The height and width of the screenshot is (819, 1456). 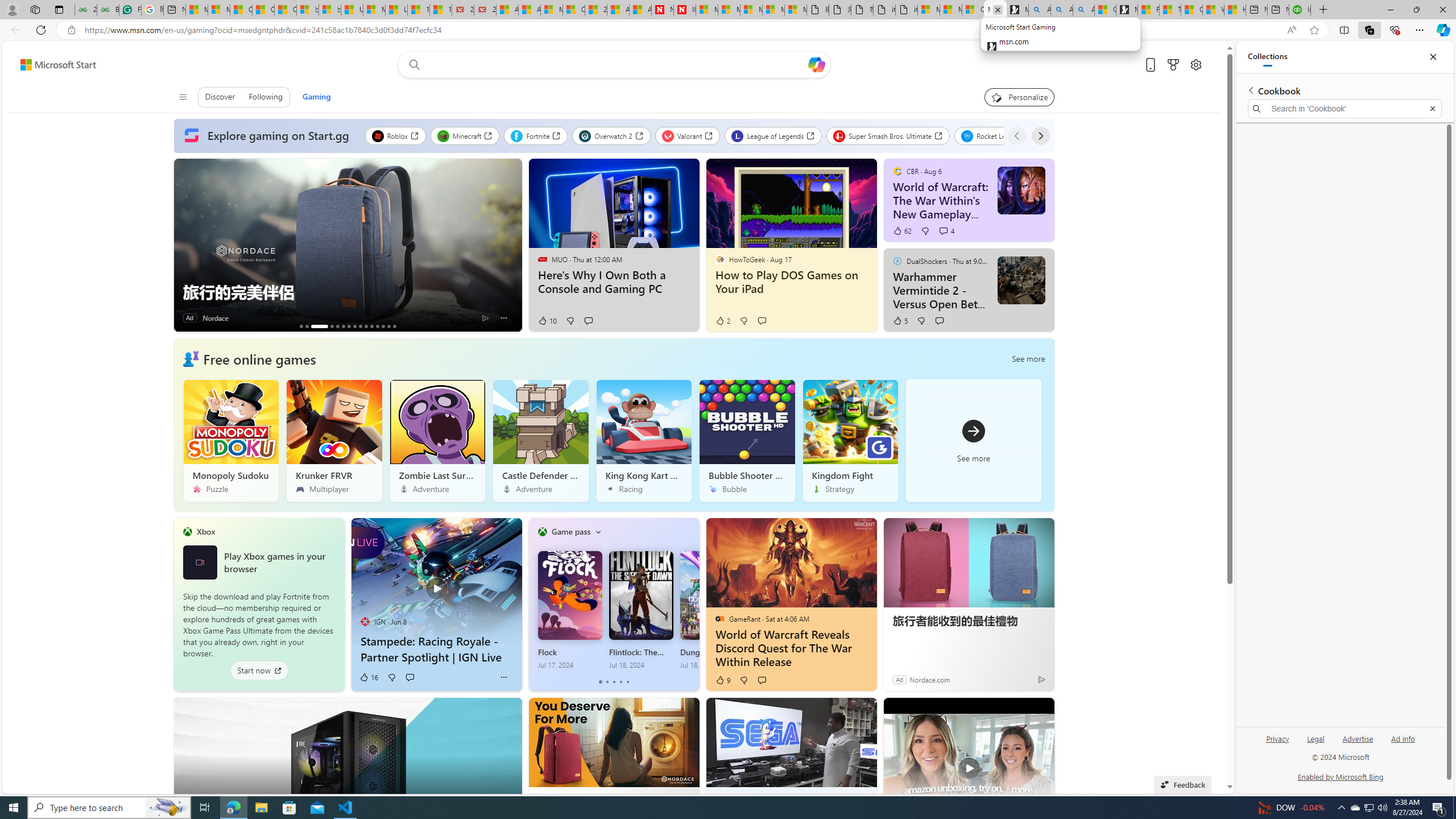 I want to click on 'Newsweek - News, Analysis, Politics, Business, Technology', so click(x=661, y=9).